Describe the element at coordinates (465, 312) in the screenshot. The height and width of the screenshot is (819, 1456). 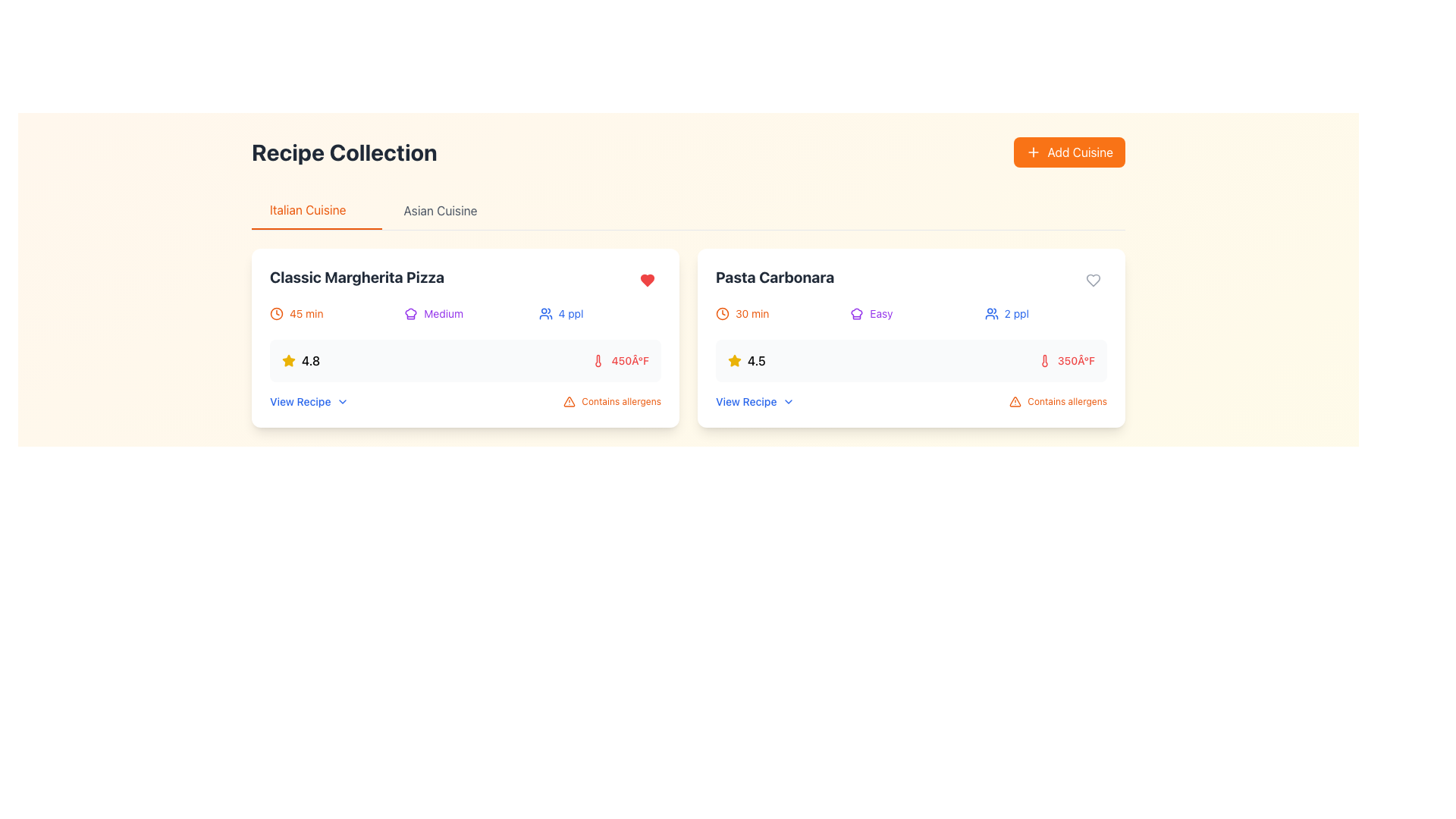
I see `information conveyed in the Informational group located within the 'Classic Margherita Pizza' card, just below the title` at that location.